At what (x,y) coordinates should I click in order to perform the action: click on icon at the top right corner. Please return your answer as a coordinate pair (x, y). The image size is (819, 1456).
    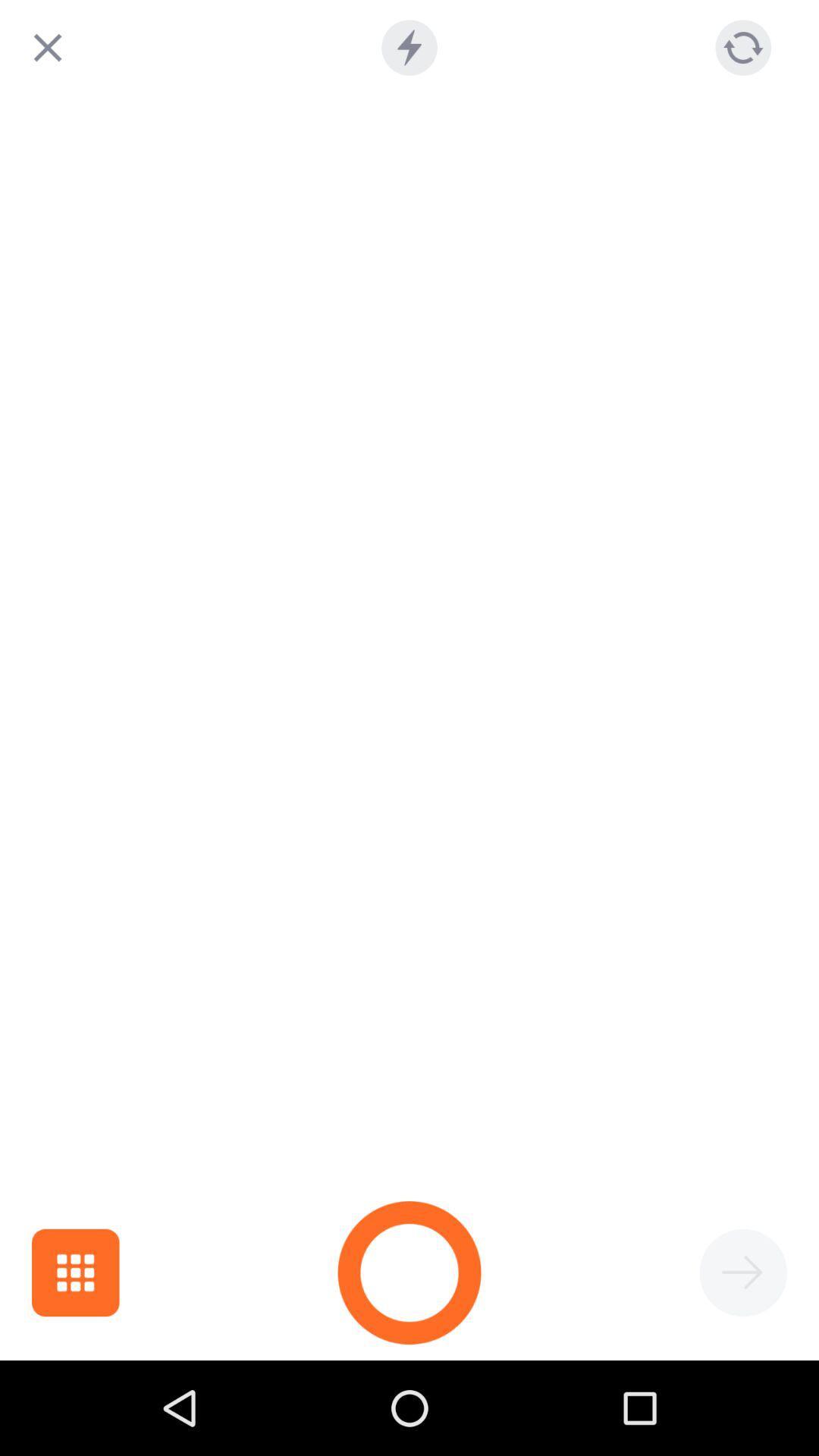
    Looking at the image, I should click on (742, 47).